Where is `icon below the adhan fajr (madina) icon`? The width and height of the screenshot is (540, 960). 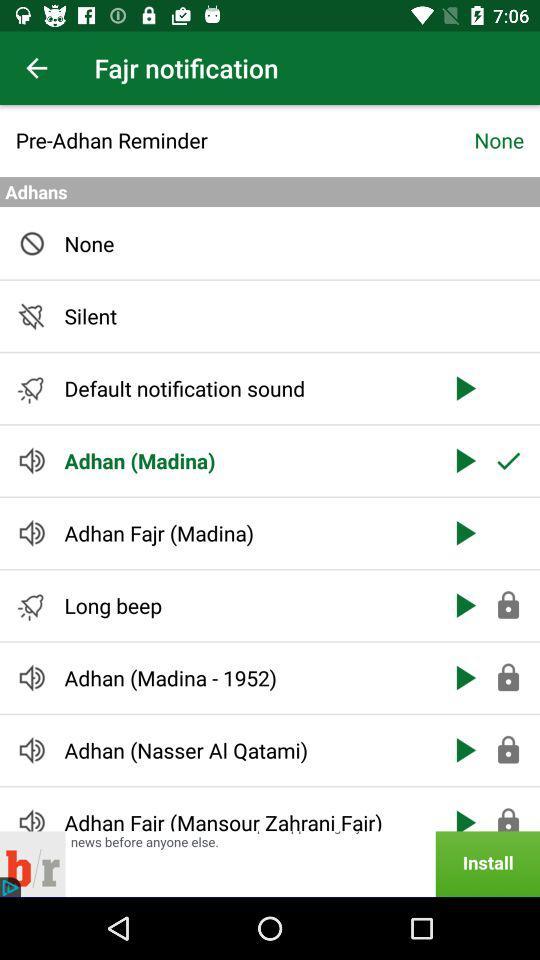 icon below the adhan fajr (madina) icon is located at coordinates (245, 604).